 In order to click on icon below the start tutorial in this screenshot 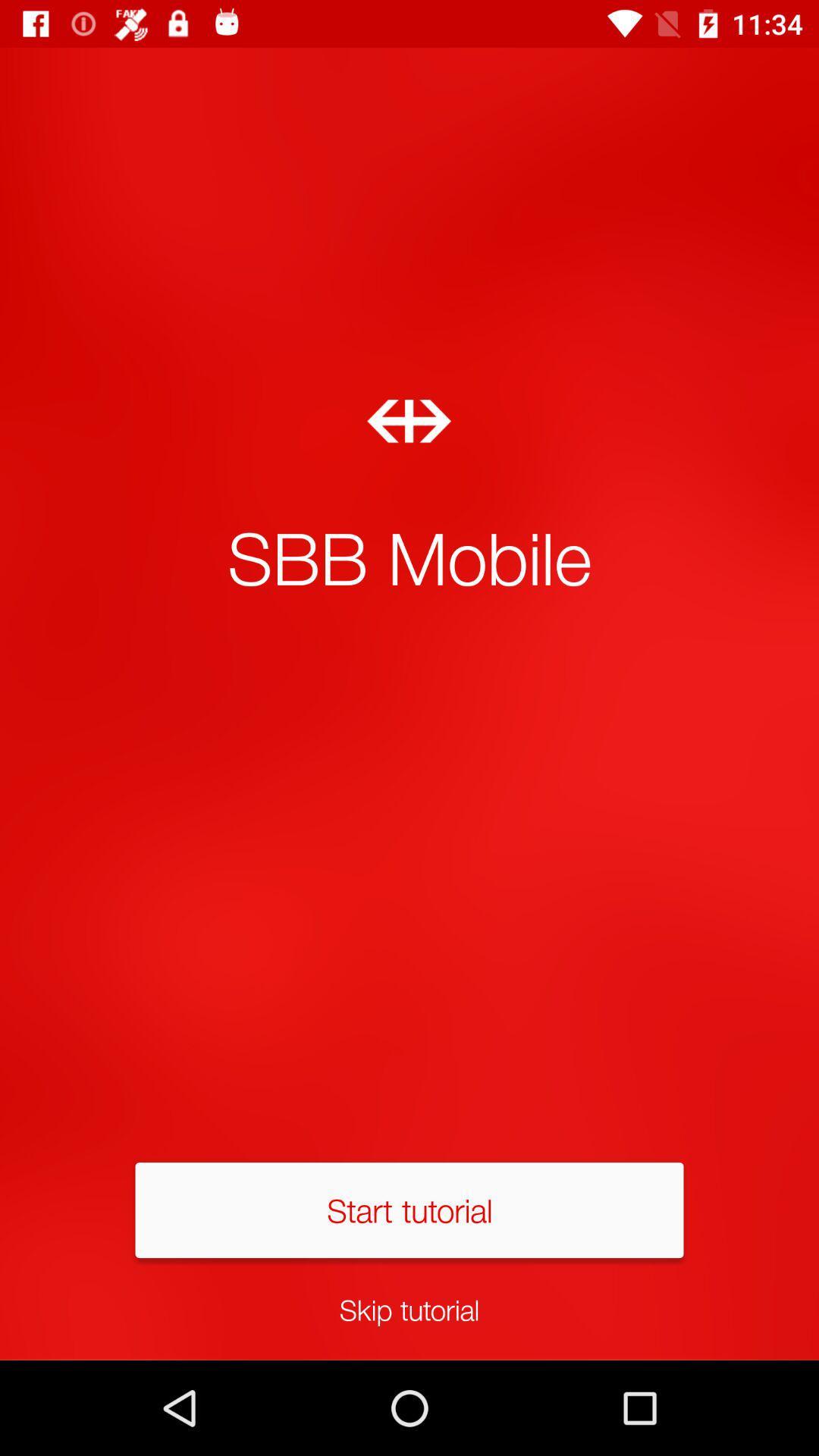, I will do `click(409, 1308)`.